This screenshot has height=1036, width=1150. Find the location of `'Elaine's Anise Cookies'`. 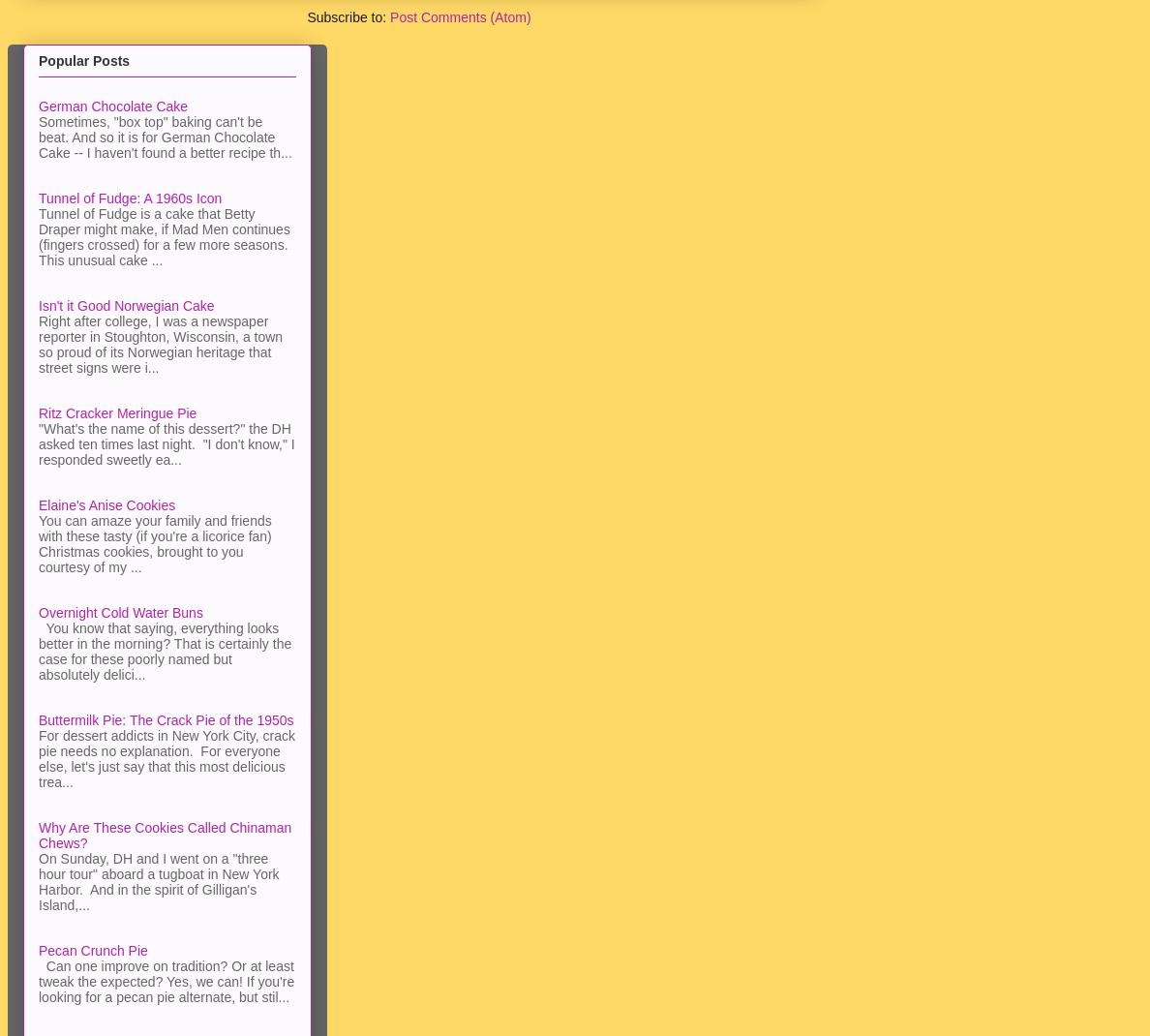

'Elaine's Anise Cookies' is located at coordinates (106, 505).